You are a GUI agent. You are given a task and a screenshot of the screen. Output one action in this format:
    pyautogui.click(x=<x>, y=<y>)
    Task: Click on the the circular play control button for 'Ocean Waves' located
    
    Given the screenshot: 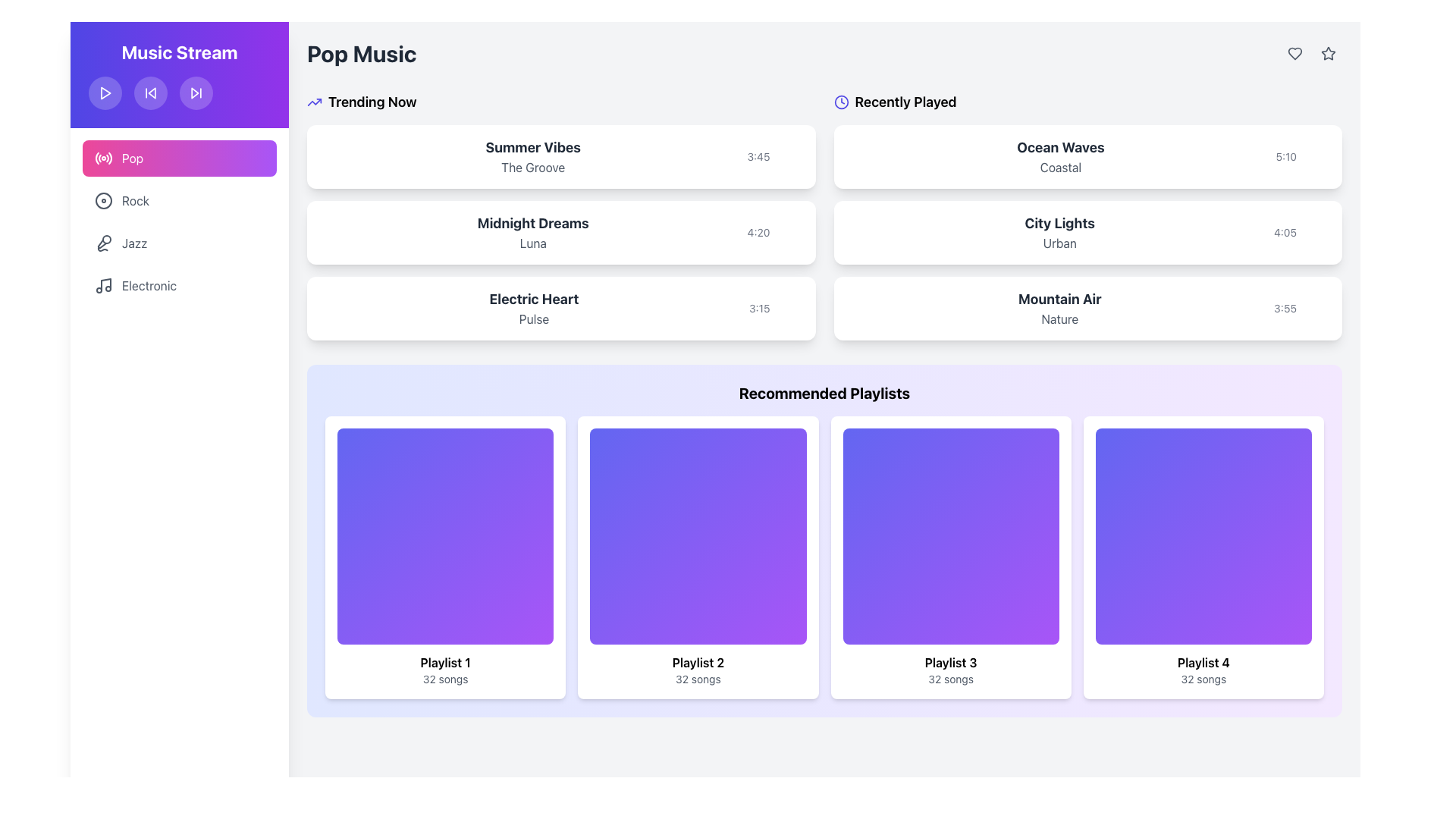 What is the action you would take?
    pyautogui.click(x=1316, y=157)
    